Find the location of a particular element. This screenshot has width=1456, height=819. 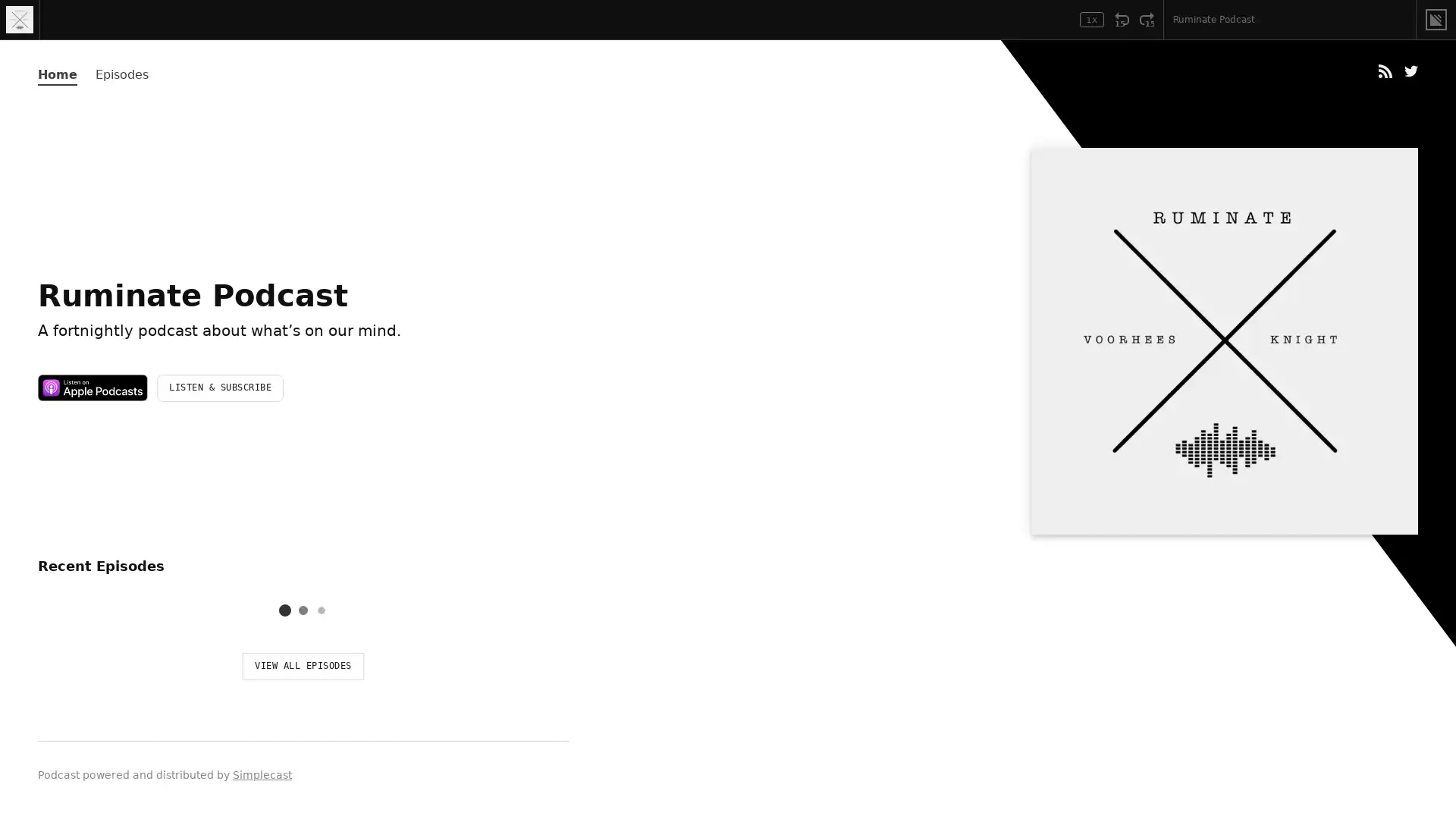

Play is located at coordinates (55, 629).